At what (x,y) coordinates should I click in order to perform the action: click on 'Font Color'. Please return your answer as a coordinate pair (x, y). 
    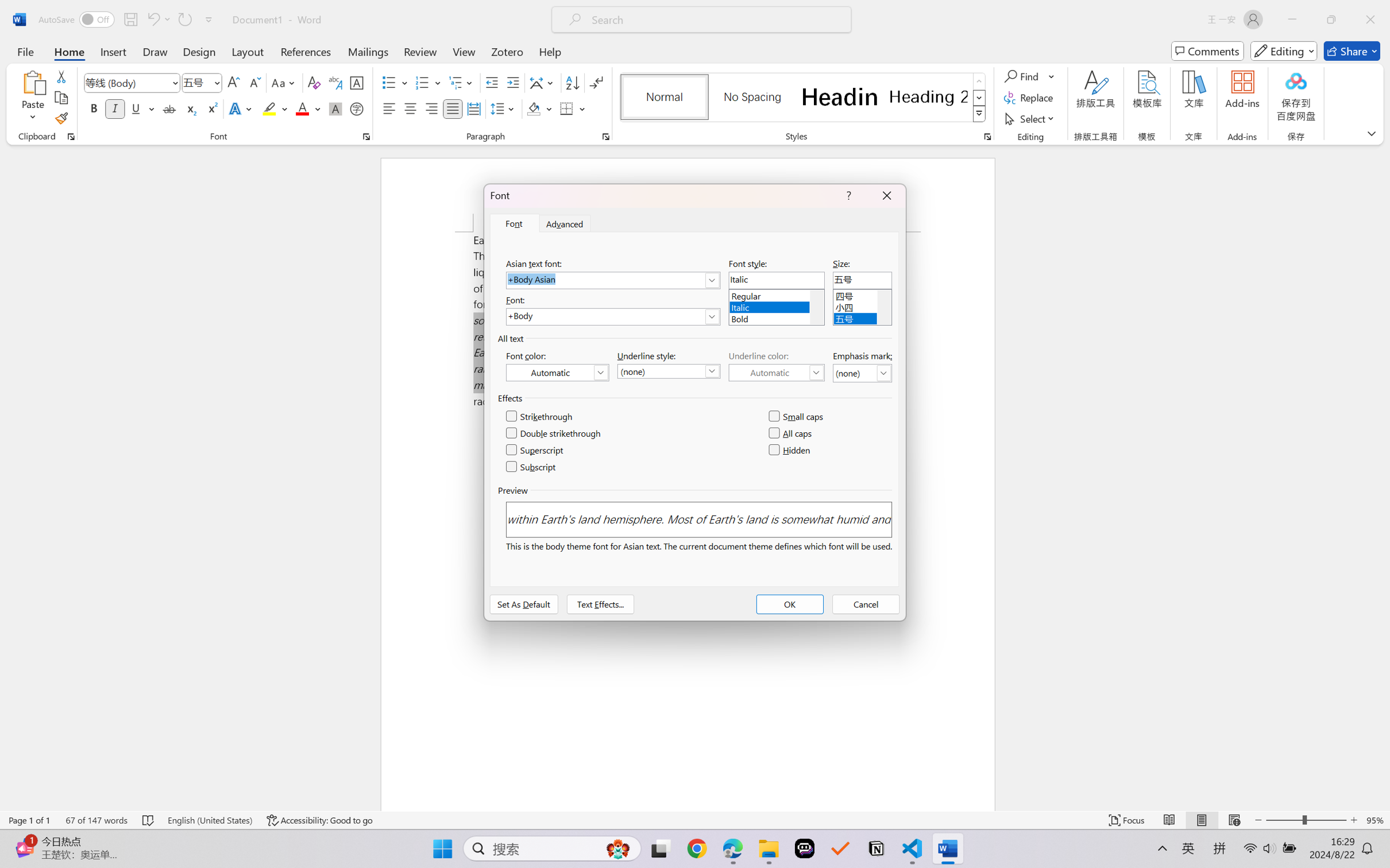
    Looking at the image, I should click on (308, 108).